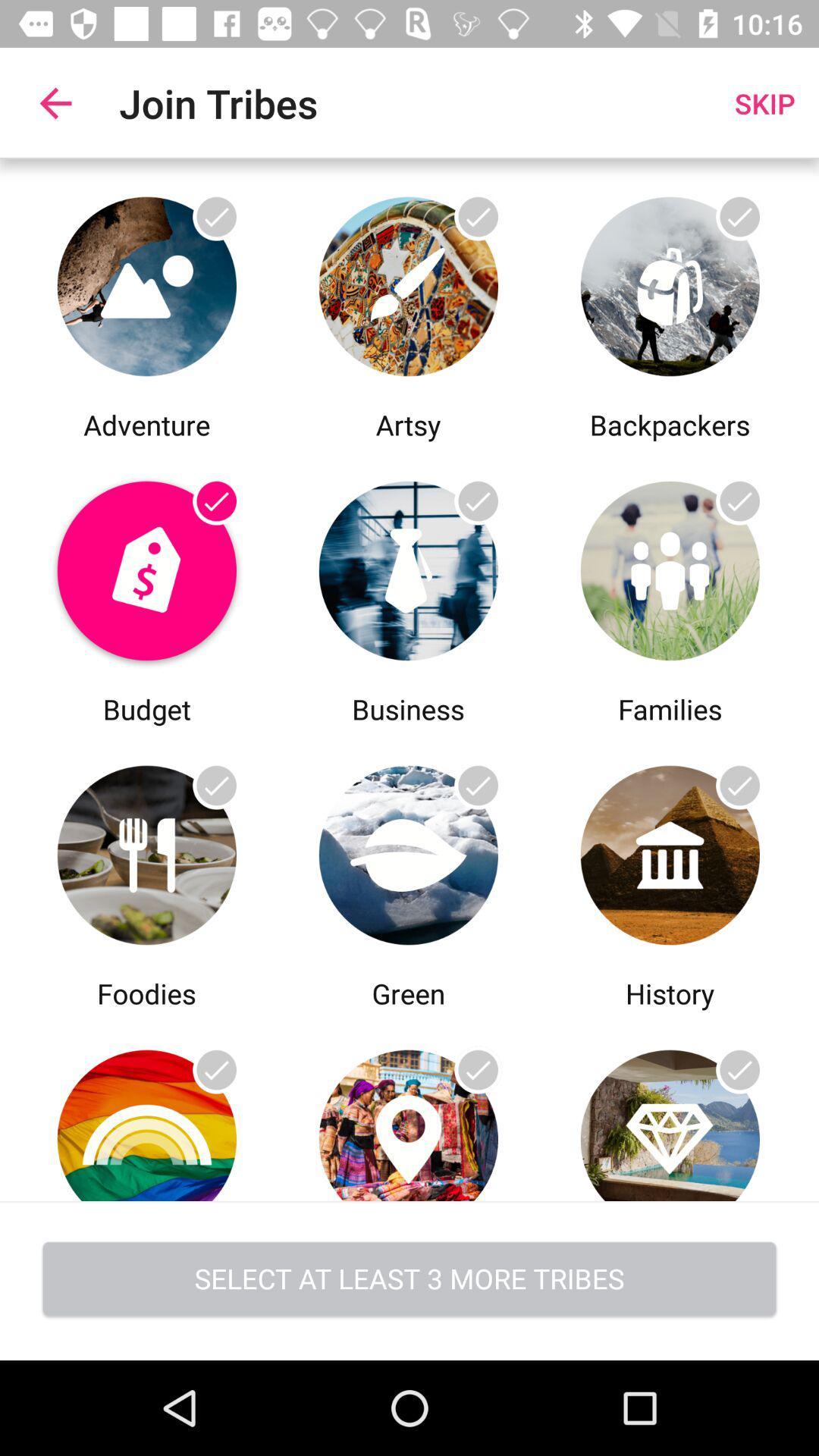 The height and width of the screenshot is (1456, 819). I want to click on click on the adventure option, so click(146, 282).